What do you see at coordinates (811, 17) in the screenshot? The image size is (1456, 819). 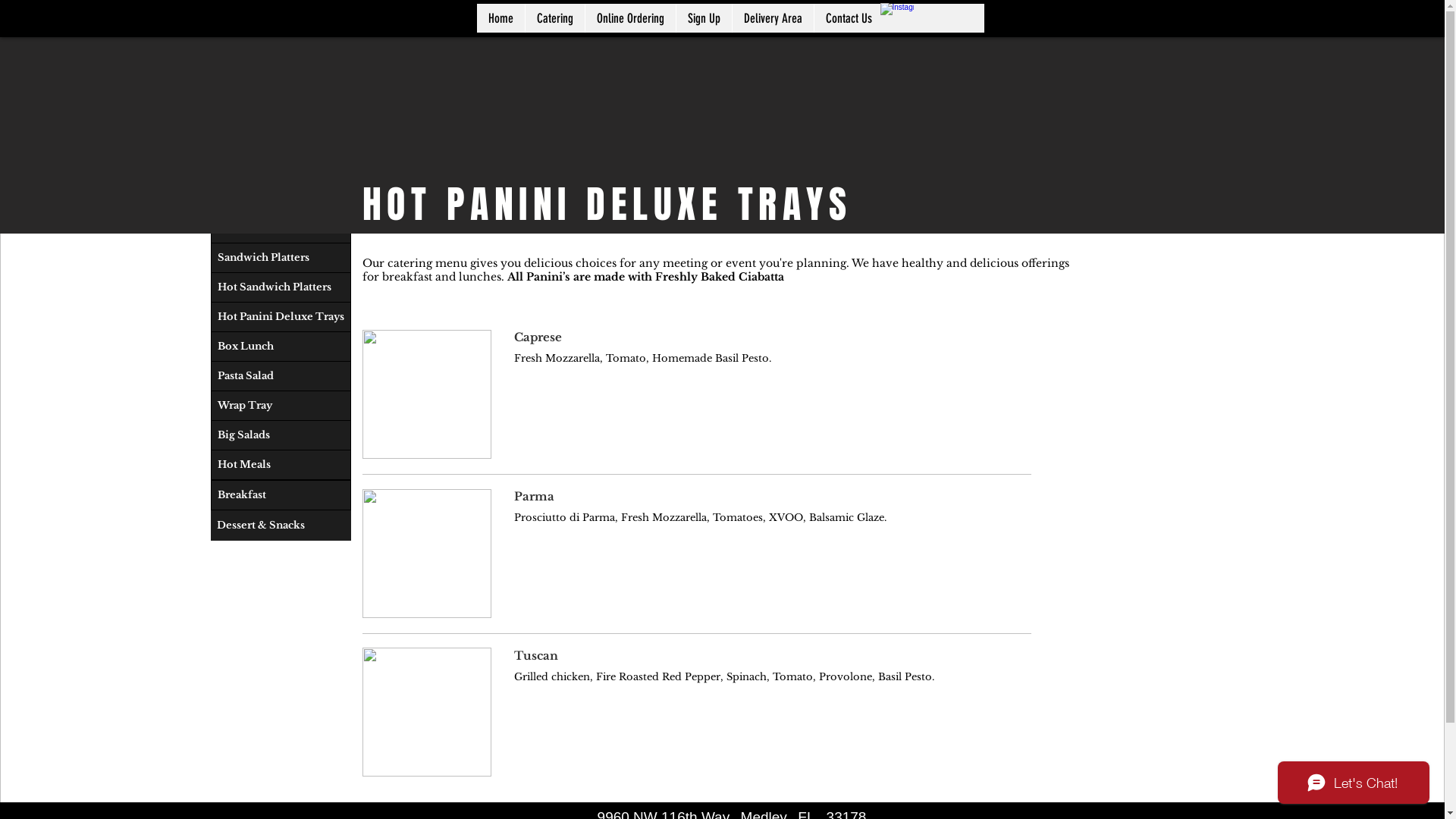 I see `'Contact Us'` at bounding box center [811, 17].